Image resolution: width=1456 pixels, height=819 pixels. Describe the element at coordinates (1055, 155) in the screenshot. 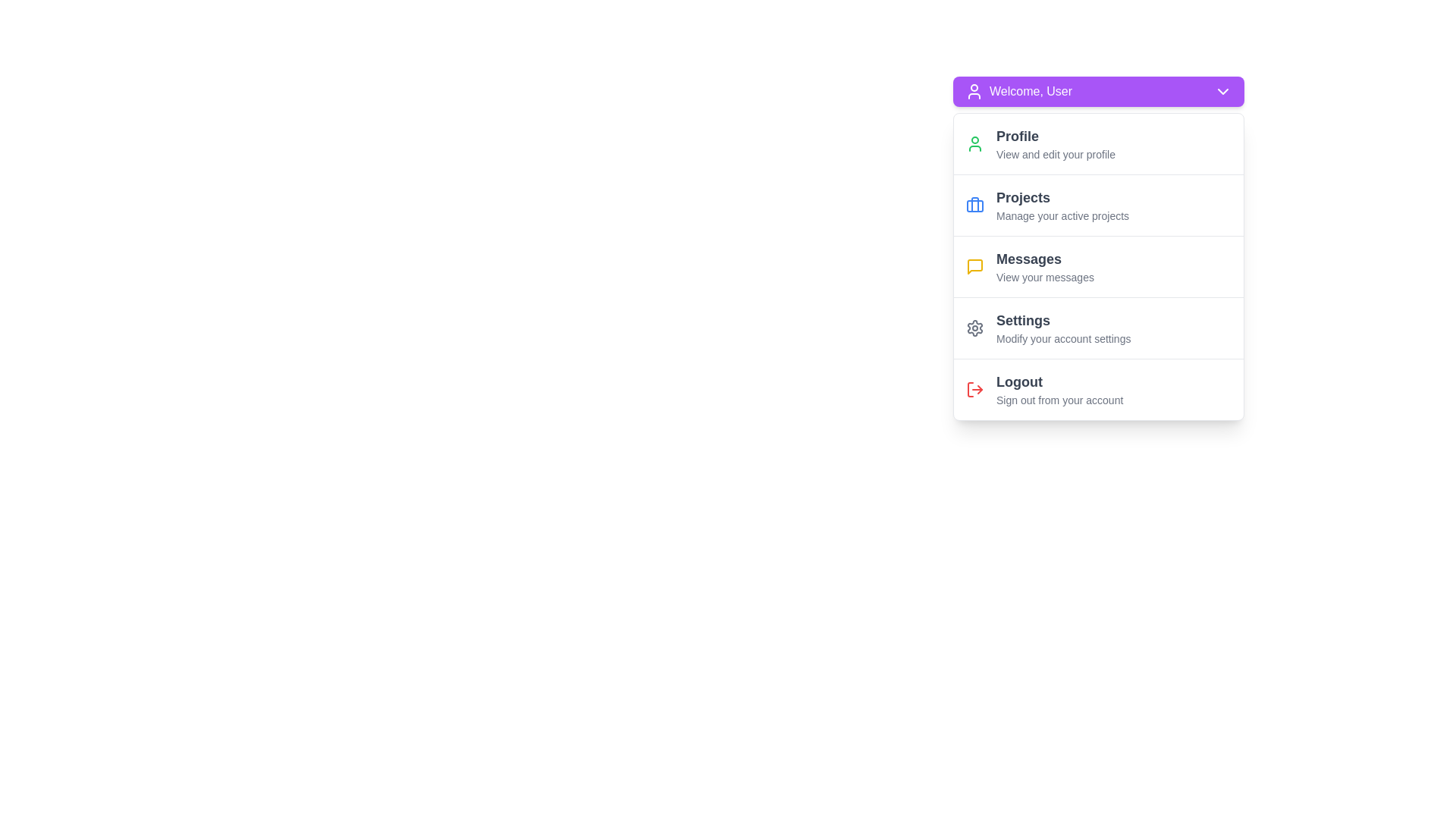

I see `the static text providing additional guidance about the 'Profile' menu item, located under the 'Profile' label in the dropdown menu` at that location.